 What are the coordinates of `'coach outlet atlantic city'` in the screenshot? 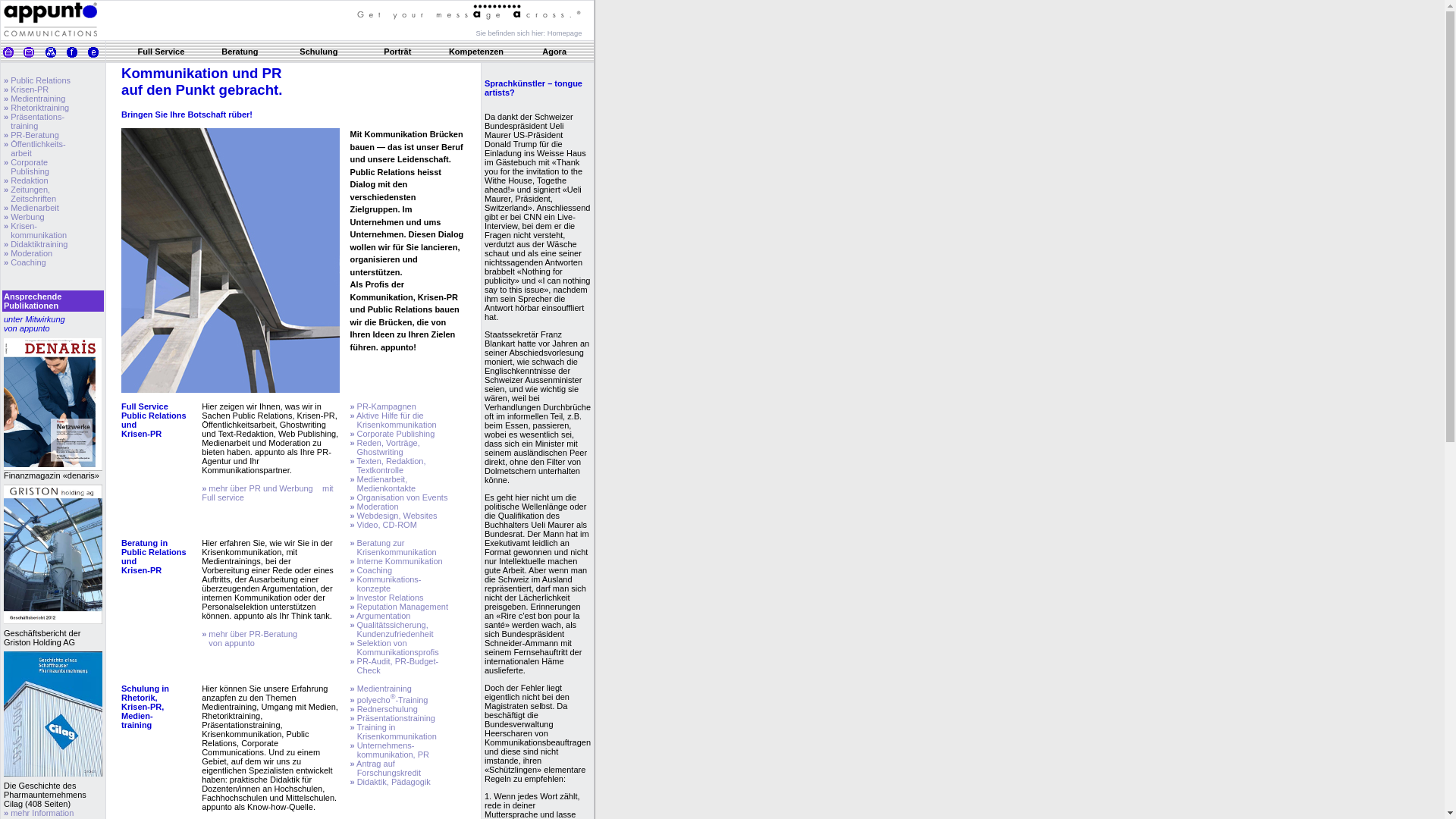 It's located at (322, 66).